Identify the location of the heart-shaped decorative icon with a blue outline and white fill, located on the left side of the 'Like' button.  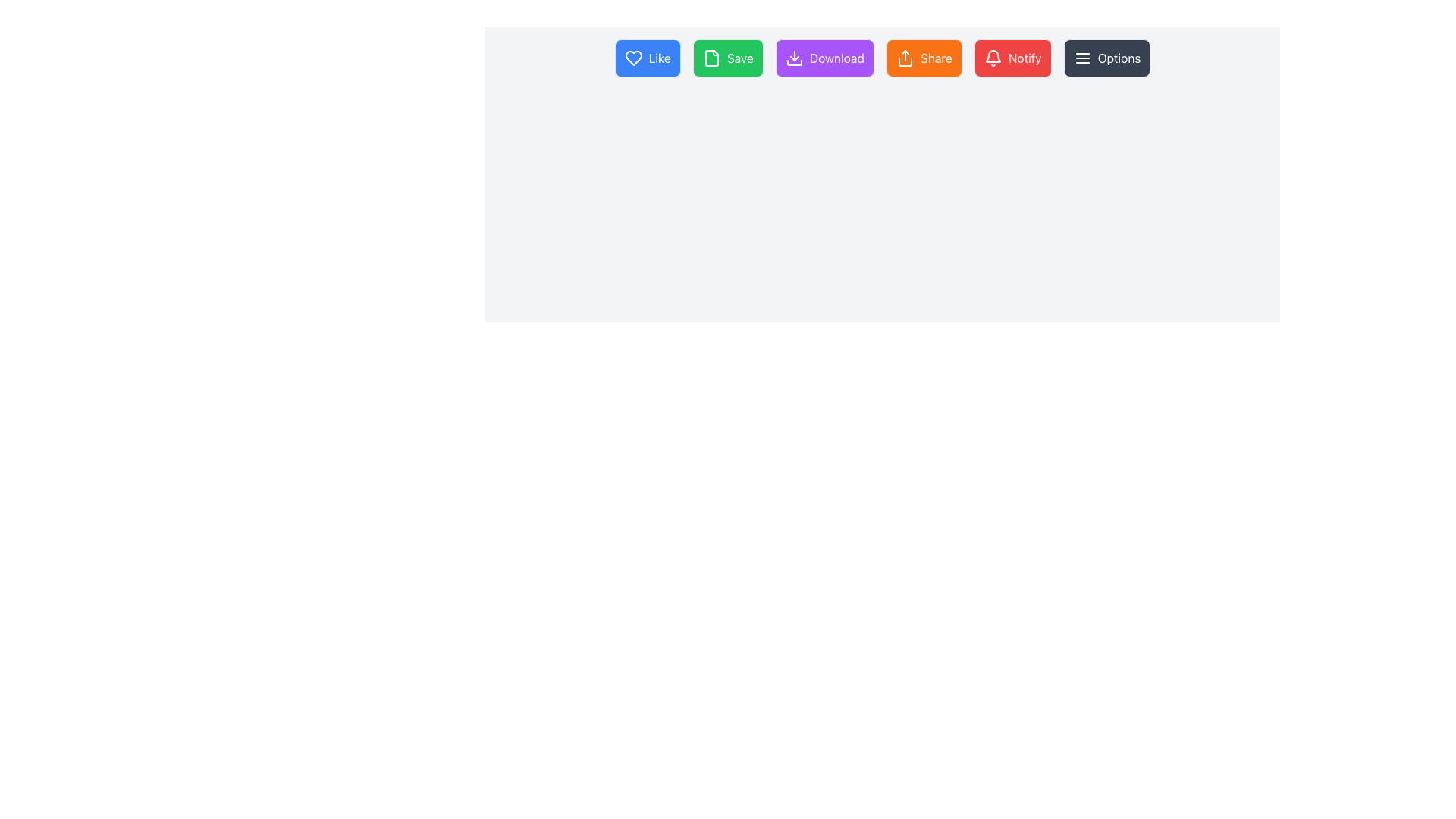
(633, 58).